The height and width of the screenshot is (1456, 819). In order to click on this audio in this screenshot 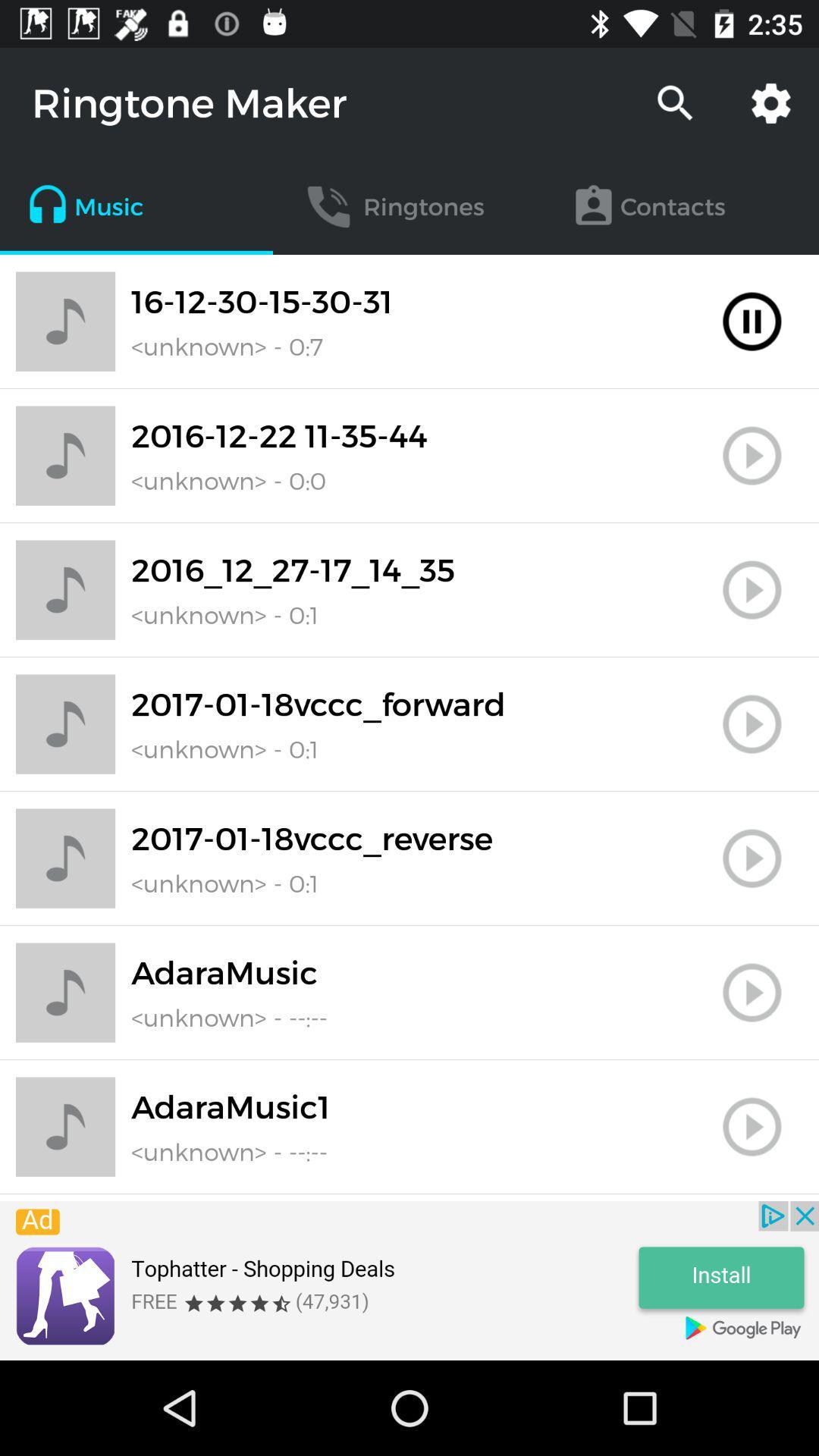, I will do `click(752, 723)`.